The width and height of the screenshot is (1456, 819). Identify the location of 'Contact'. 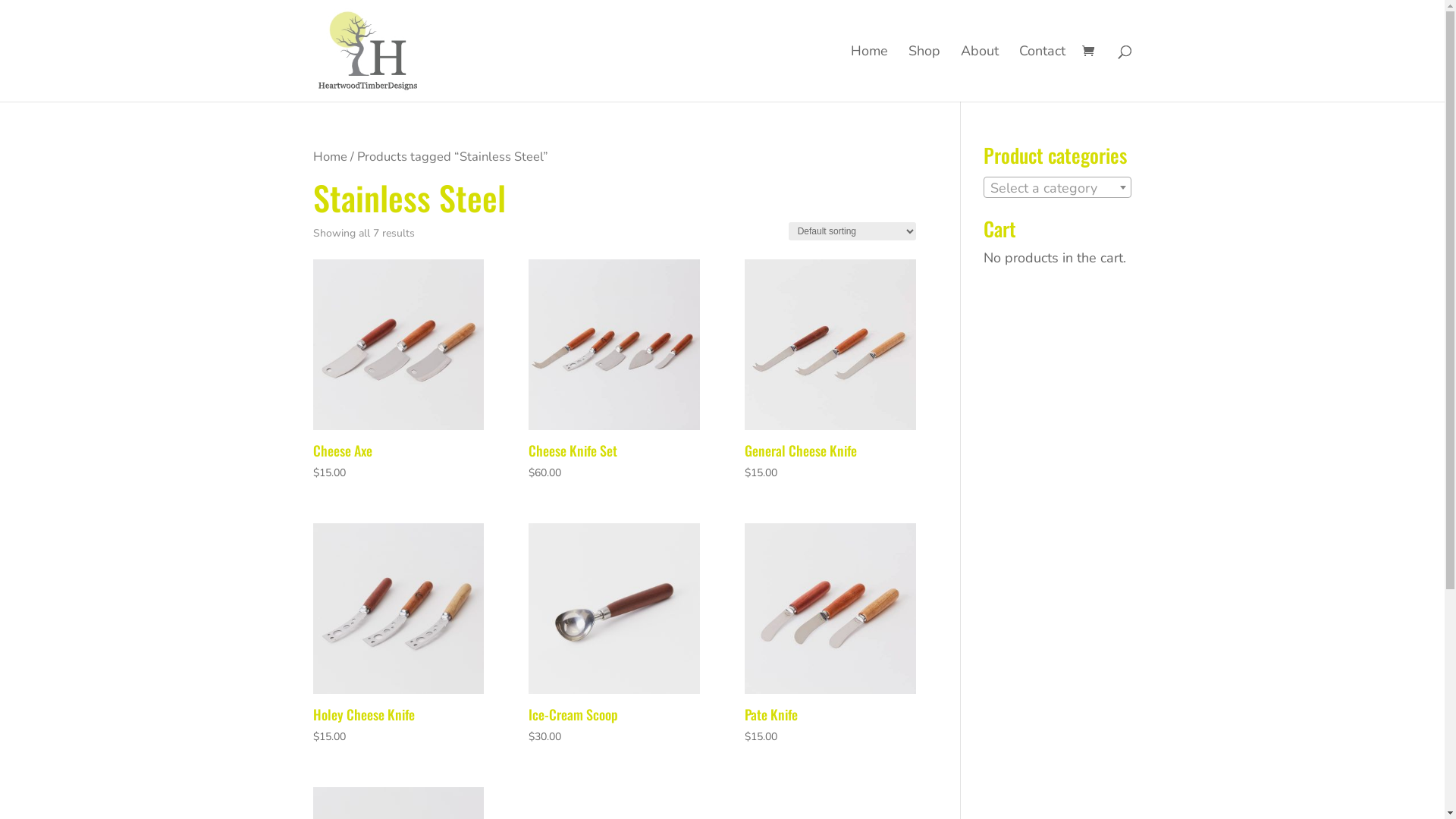
(1041, 73).